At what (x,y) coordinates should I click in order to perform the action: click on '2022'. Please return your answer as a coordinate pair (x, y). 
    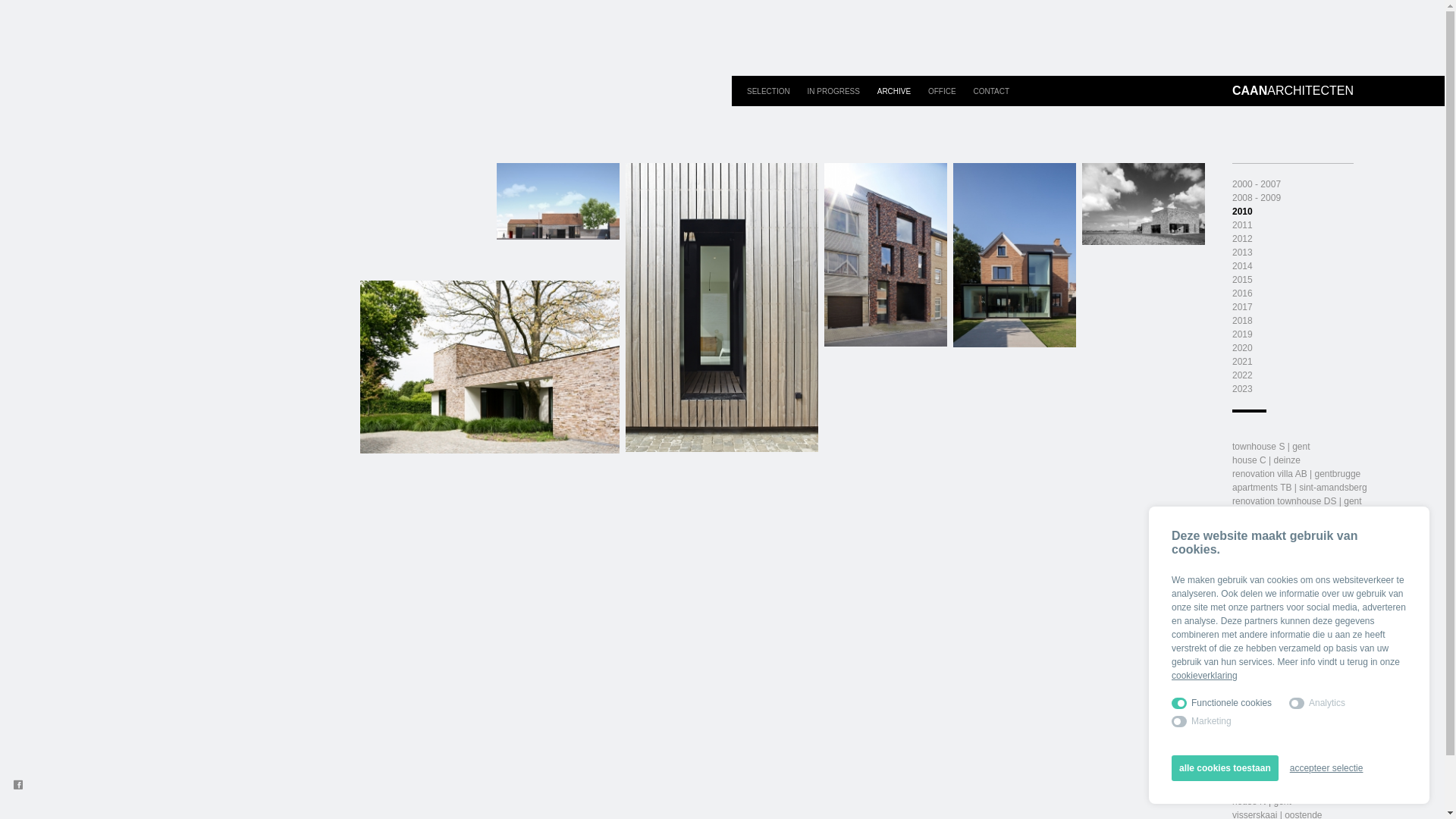
    Looking at the image, I should click on (1242, 375).